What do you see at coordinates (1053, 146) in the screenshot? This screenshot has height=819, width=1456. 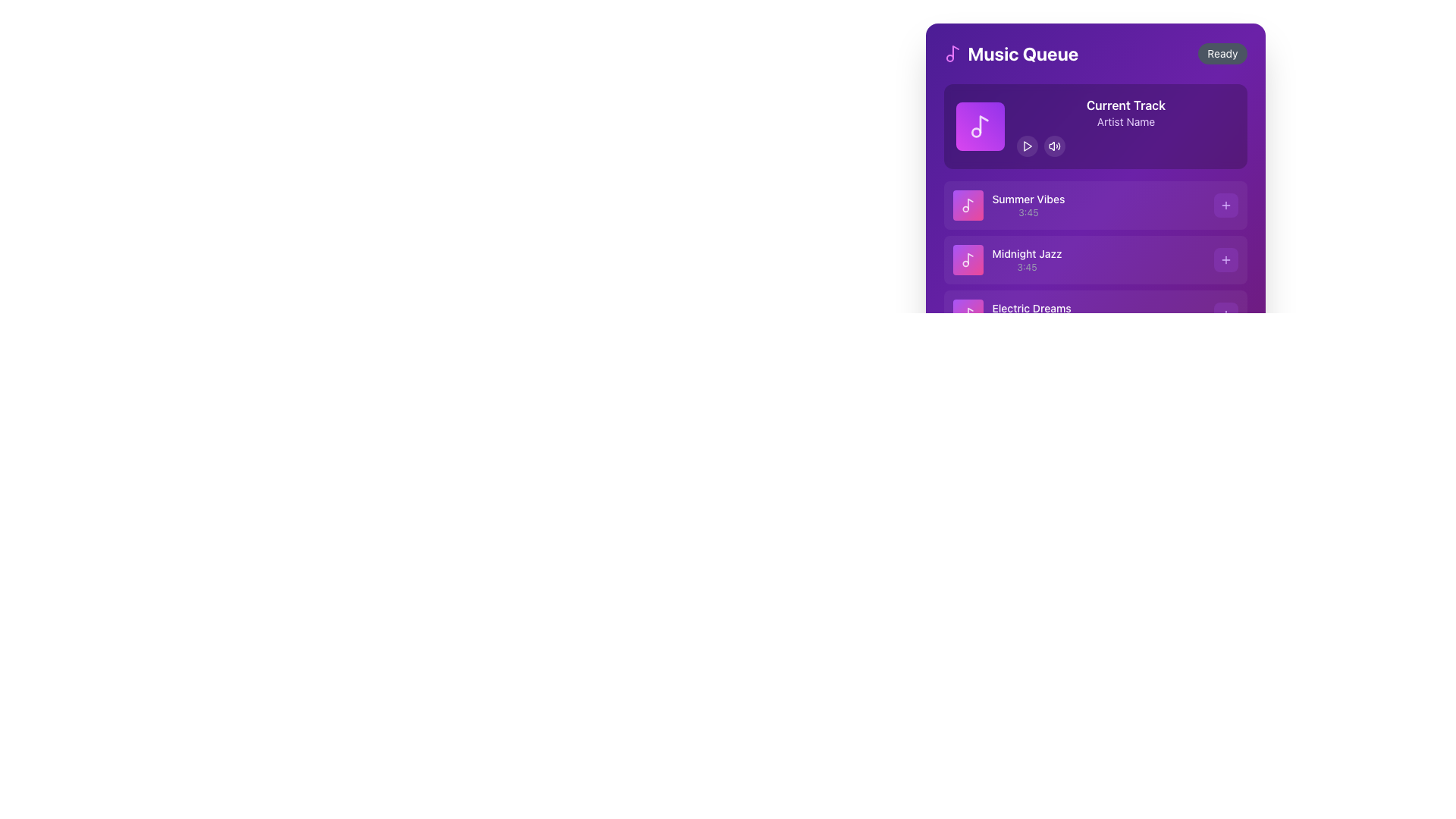 I see `the volume control icon located at the top right of the 'Music Queue' panel, above the track list and next to the 'Current Track' details` at bounding box center [1053, 146].